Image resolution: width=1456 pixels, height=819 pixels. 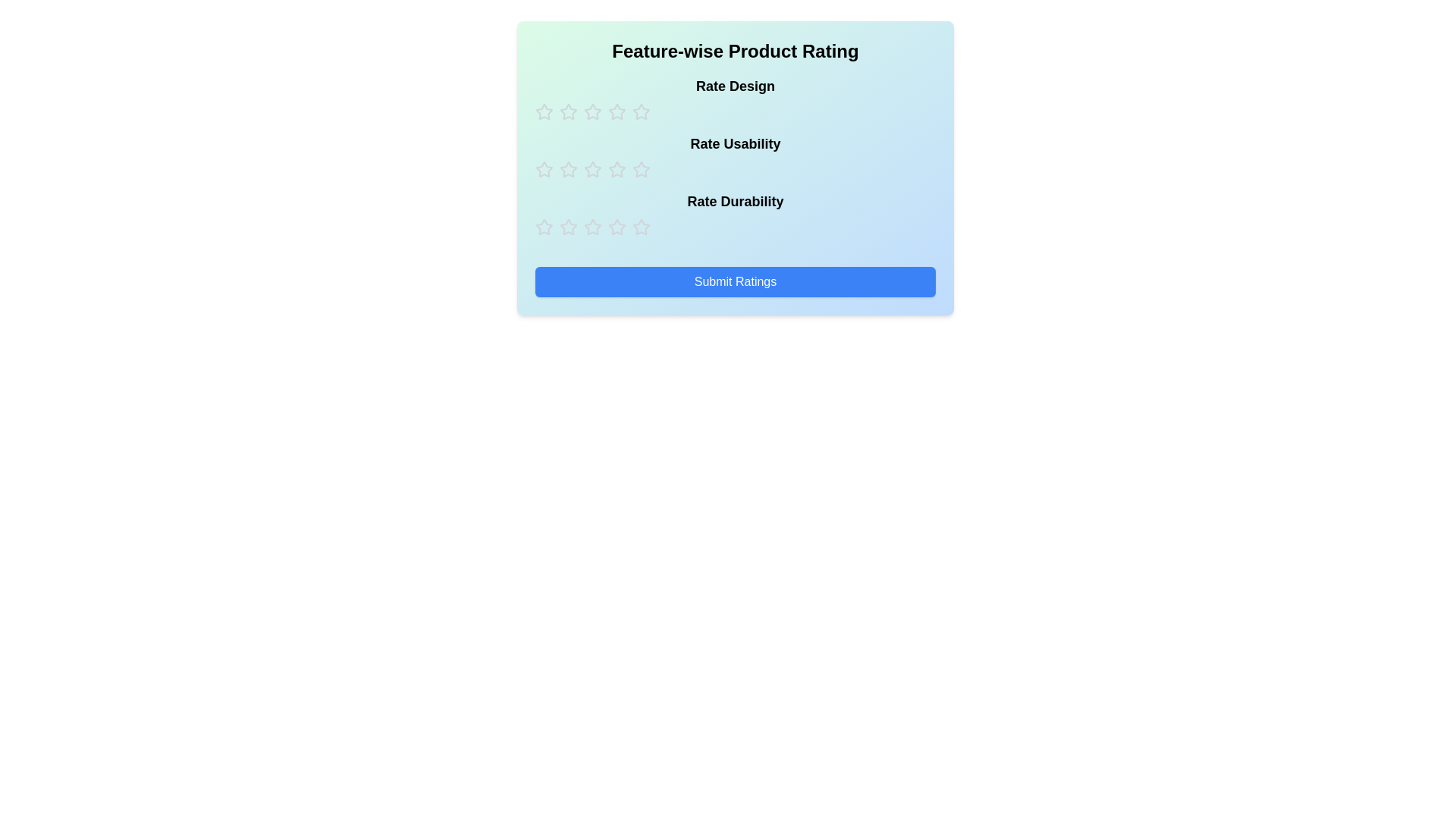 What do you see at coordinates (735, 281) in the screenshot?
I see `the 'Submit Ratings' button` at bounding box center [735, 281].